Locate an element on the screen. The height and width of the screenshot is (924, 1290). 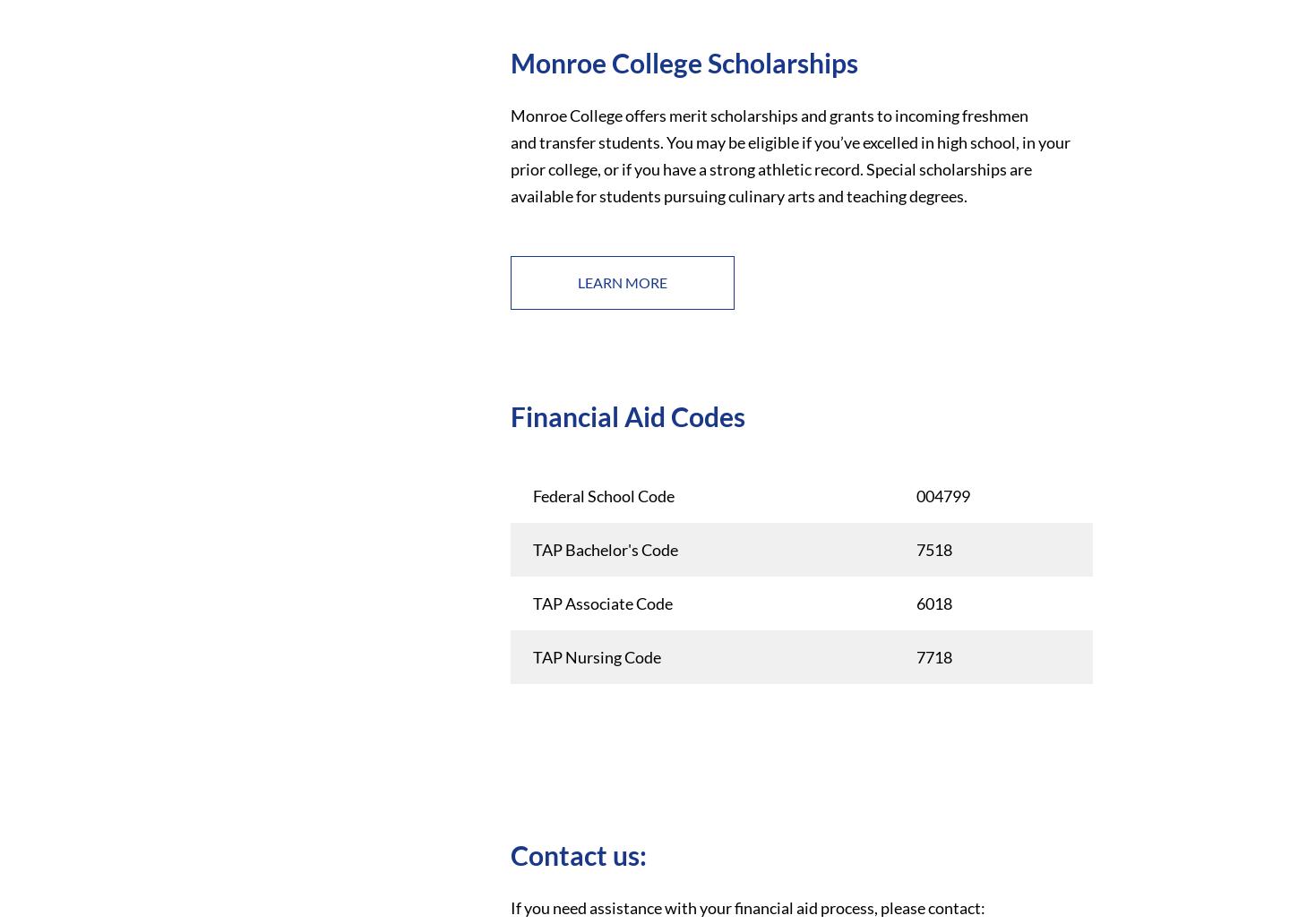
'6018' is located at coordinates (933, 601).